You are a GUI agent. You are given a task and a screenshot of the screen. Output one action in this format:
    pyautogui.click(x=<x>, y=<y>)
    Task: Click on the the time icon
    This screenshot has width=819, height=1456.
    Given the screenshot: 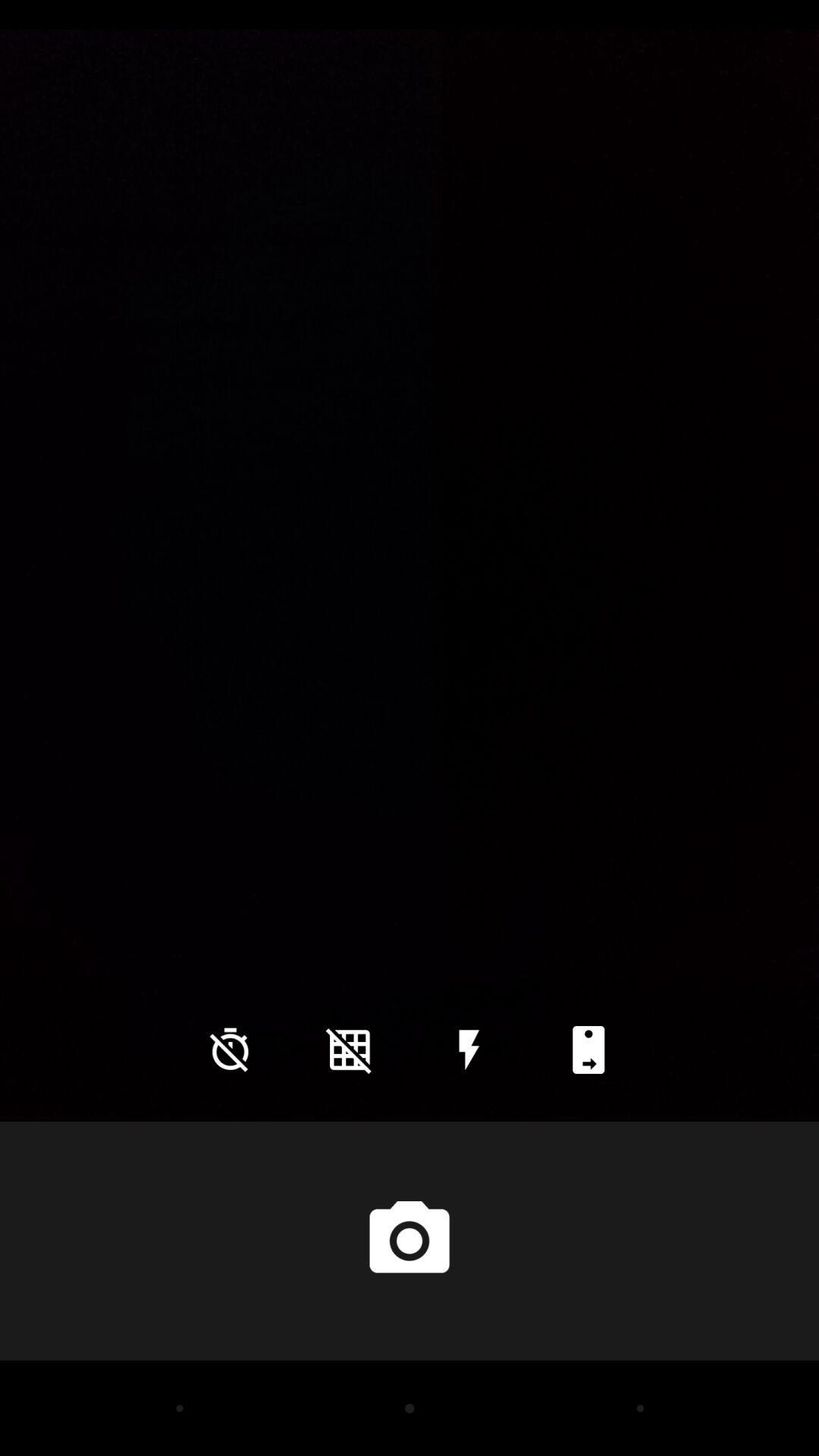 What is the action you would take?
    pyautogui.click(x=230, y=1049)
    